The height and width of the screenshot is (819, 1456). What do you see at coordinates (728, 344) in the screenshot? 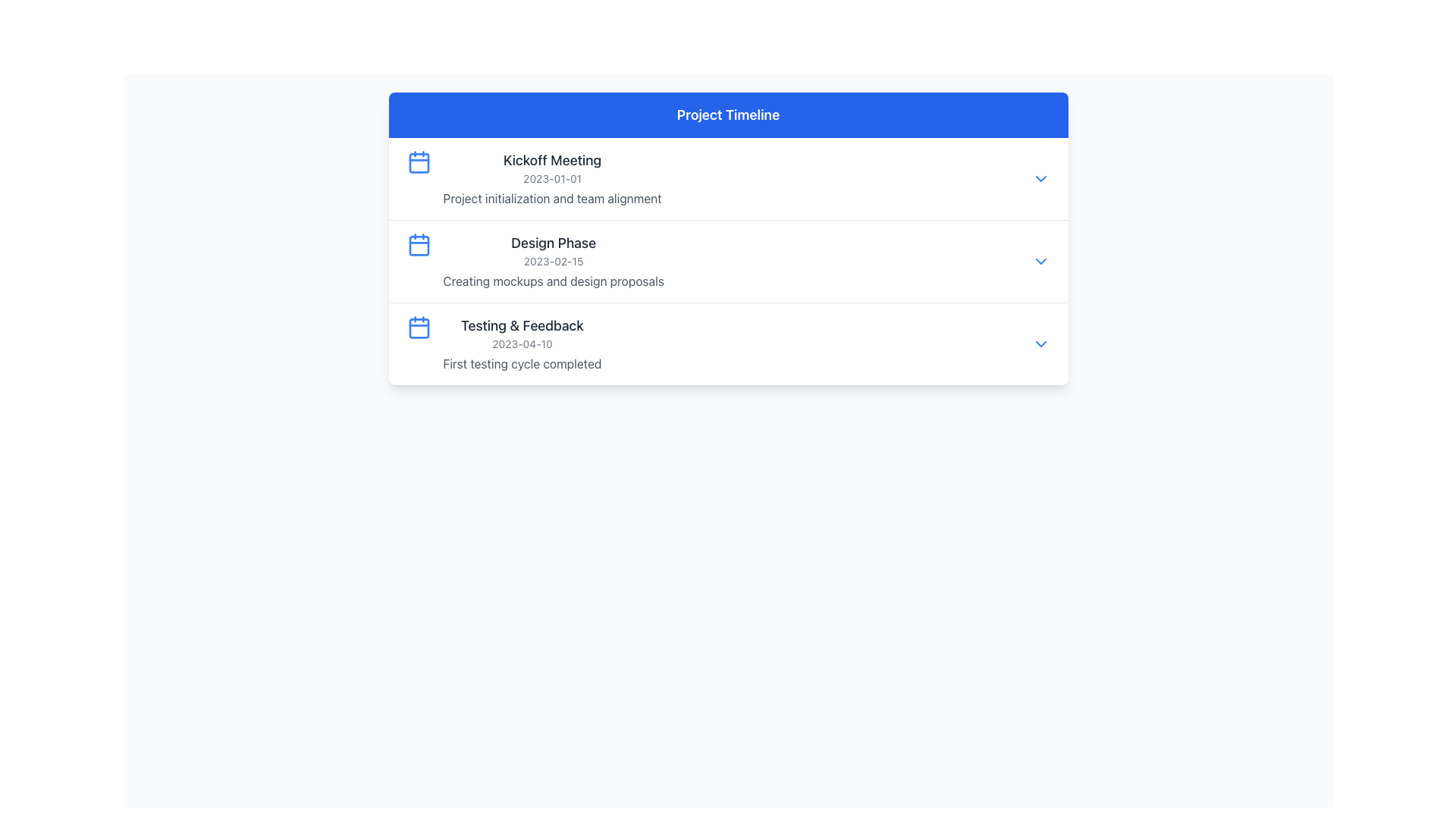
I see `the timeline item representing the 'Testing & Feedback' phase in the Project Timeline list, which is the third entry in the vertically stacked list` at bounding box center [728, 344].